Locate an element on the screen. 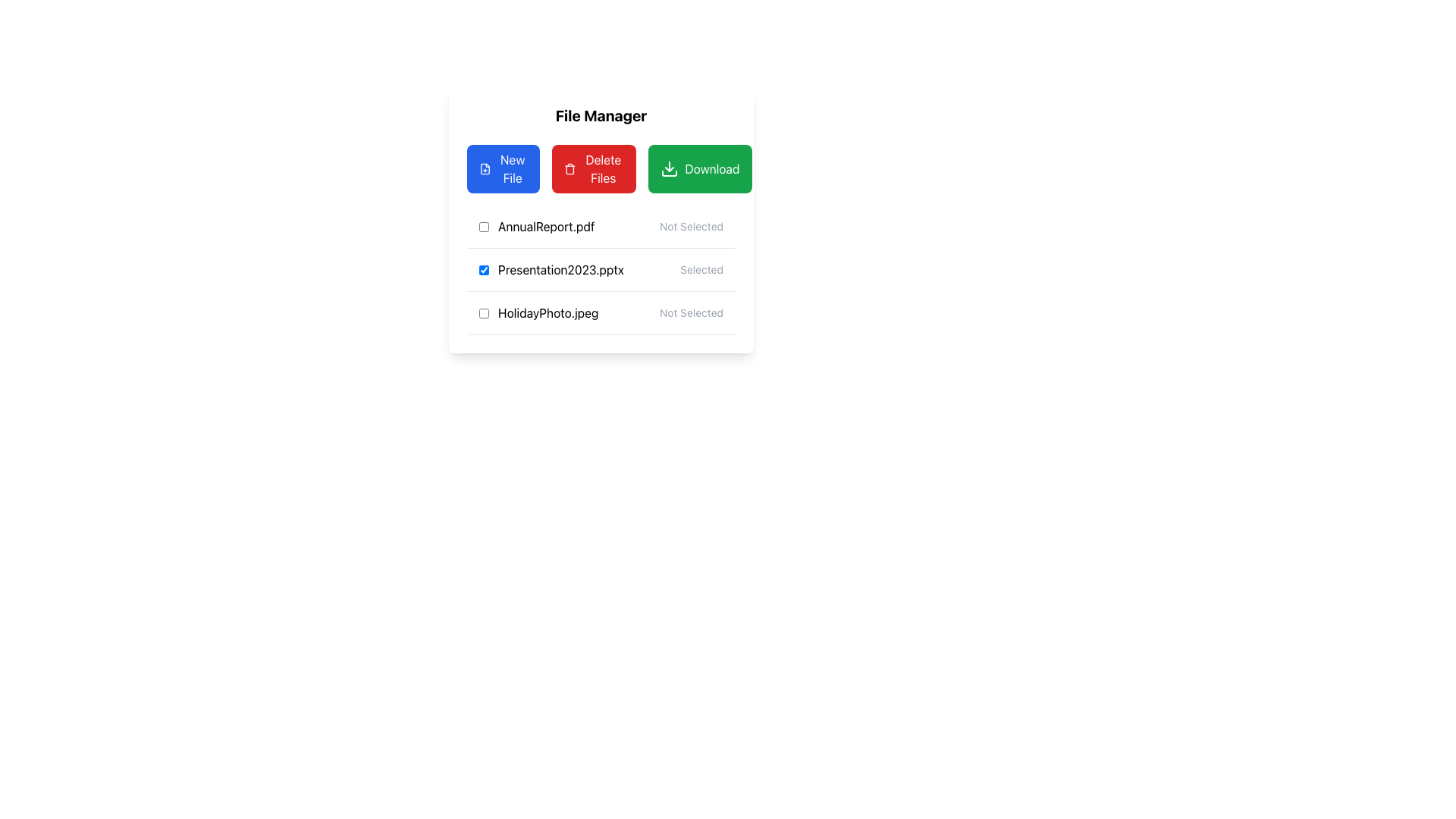 This screenshot has width=1456, height=819. the text label displaying the file name 'HolidayPhoto.jpeg' to select it is located at coordinates (538, 312).